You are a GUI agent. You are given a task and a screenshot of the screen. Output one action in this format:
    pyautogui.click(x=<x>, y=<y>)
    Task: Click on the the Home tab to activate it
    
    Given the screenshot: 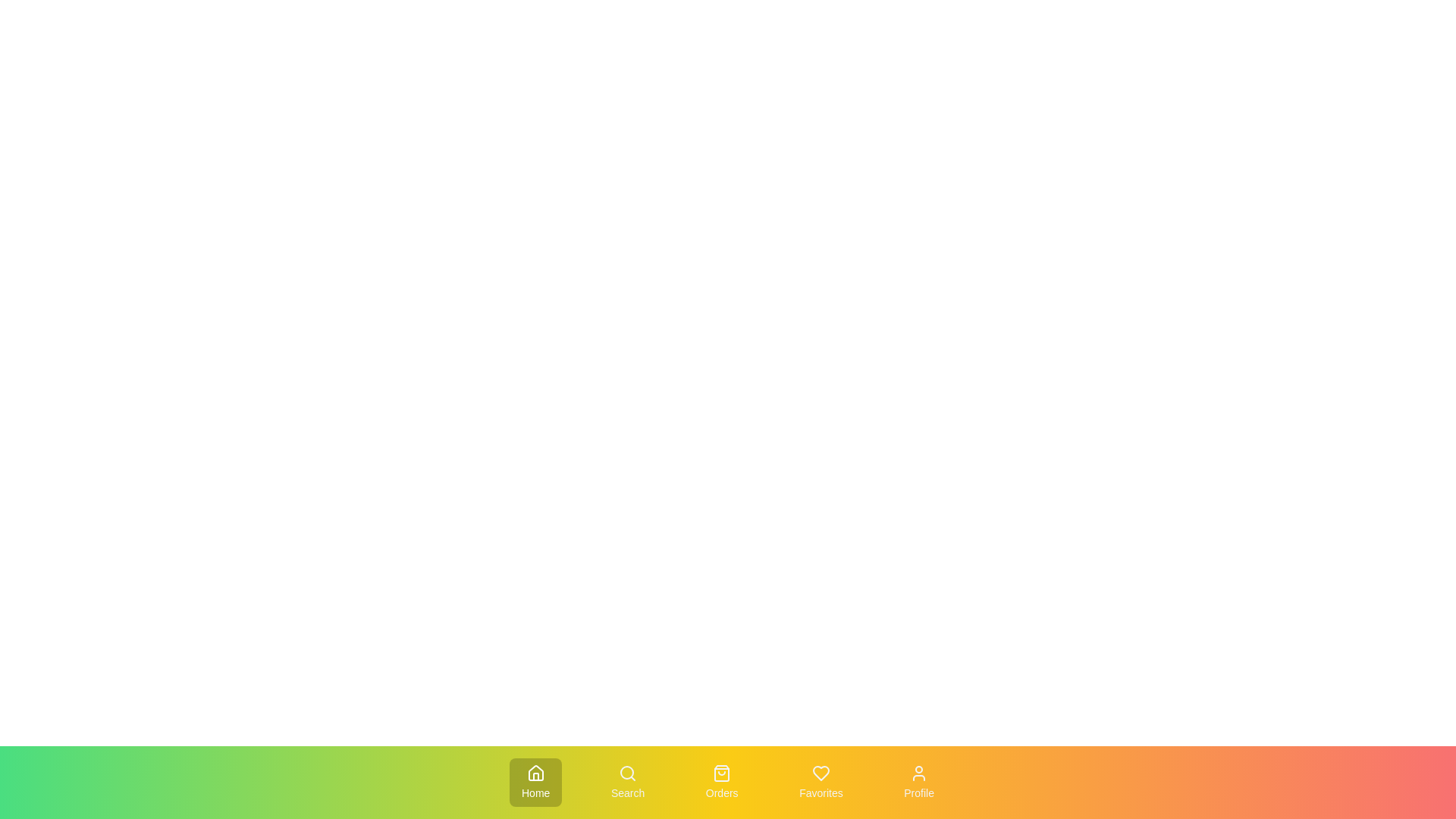 What is the action you would take?
    pyautogui.click(x=535, y=783)
    